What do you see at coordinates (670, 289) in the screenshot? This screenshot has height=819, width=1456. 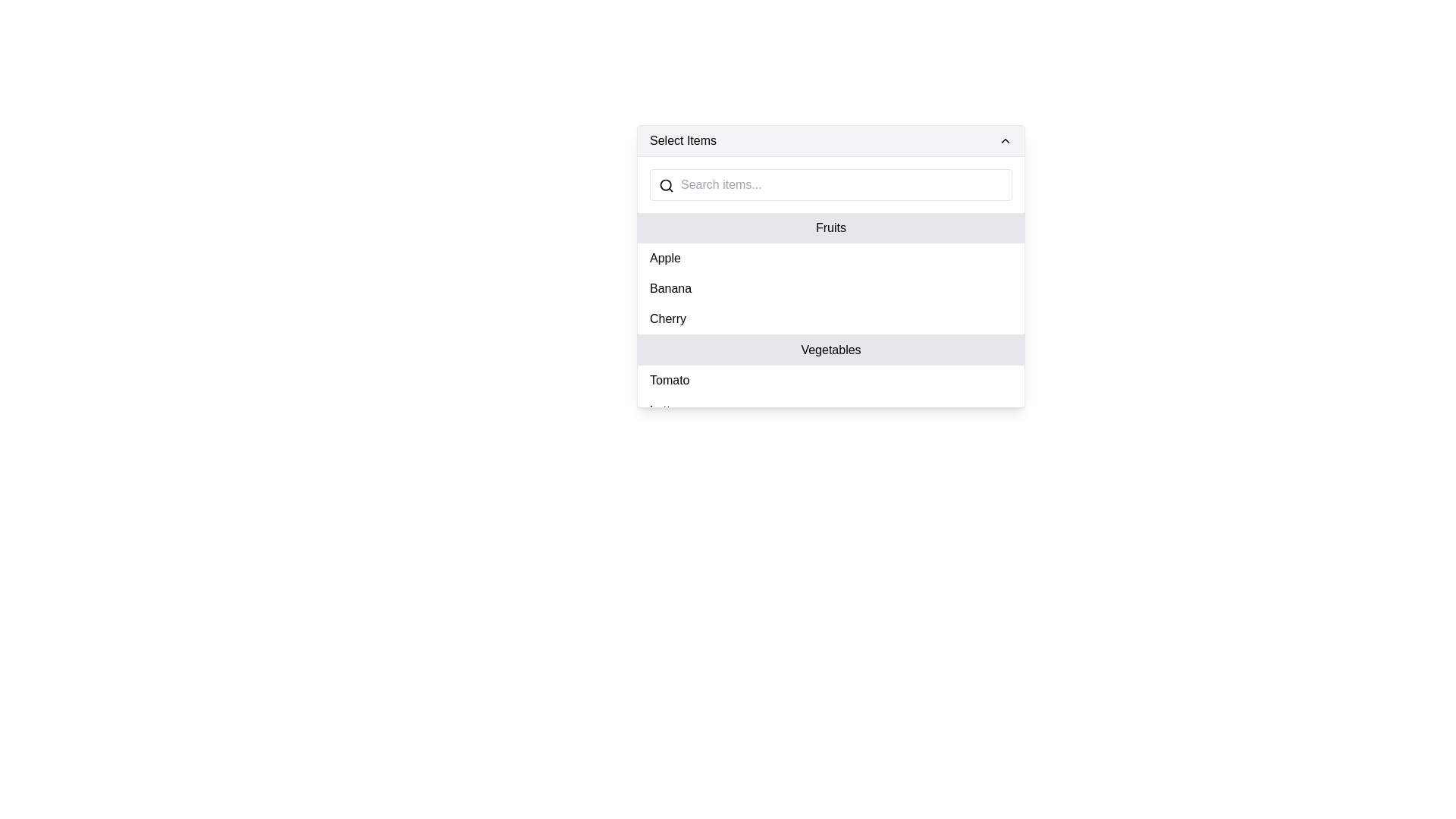 I see `to select the second item under the 'Fruits' category in the dropdown menu, located between 'Apple' and 'Cherry'` at bounding box center [670, 289].